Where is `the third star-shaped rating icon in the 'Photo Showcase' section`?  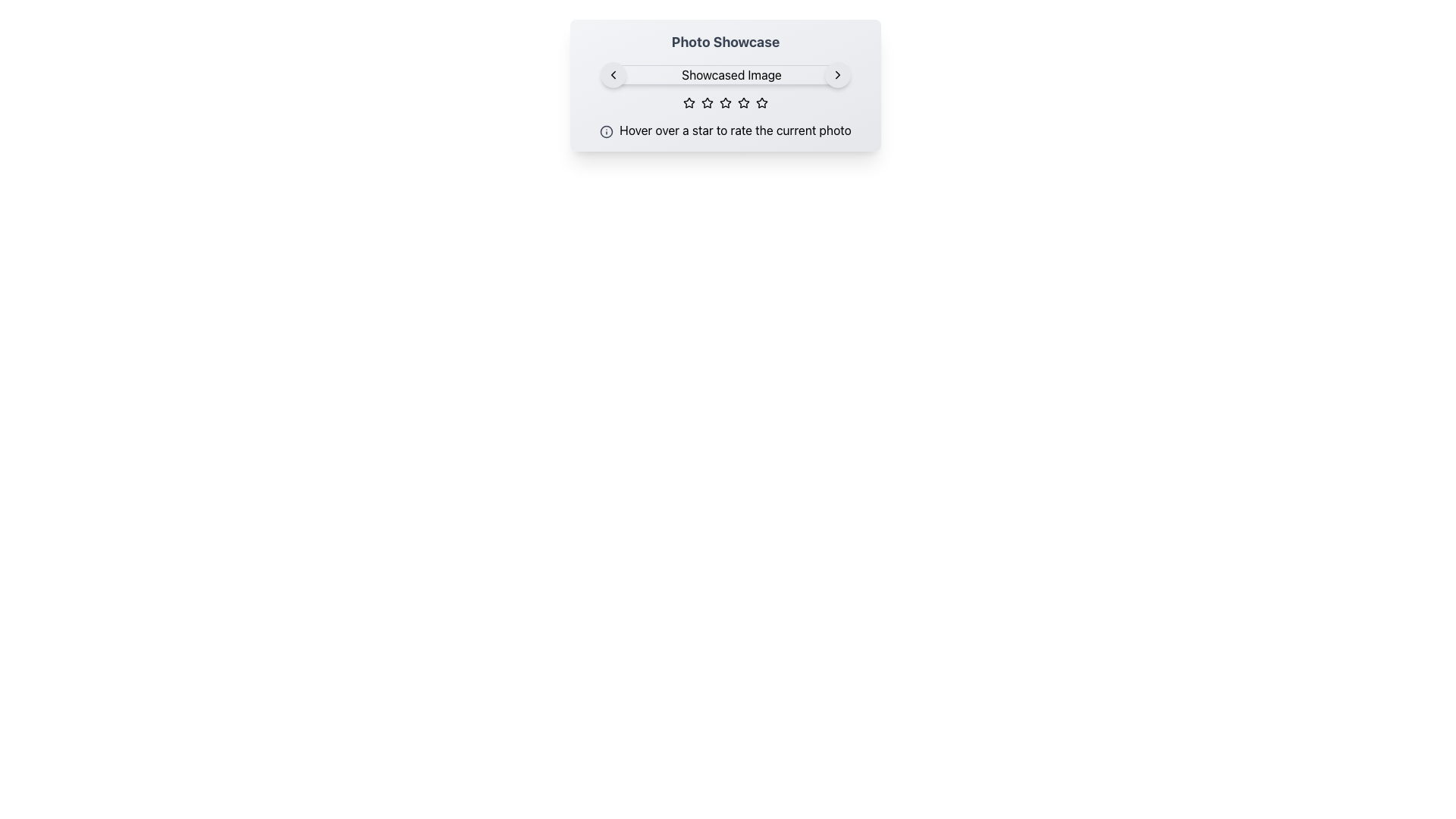
the third star-shaped rating icon in the 'Photo Showcase' section is located at coordinates (724, 102).